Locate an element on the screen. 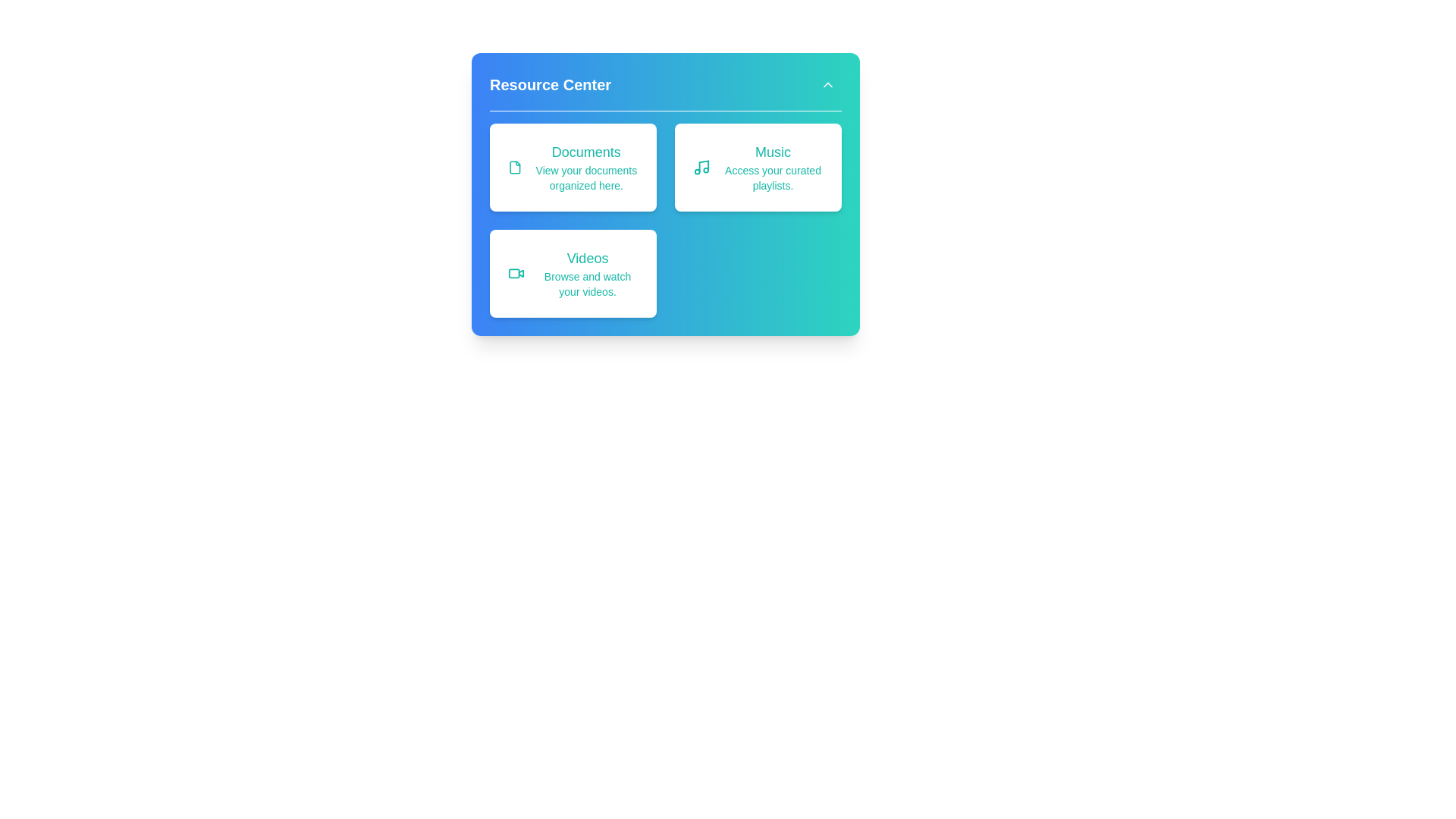 The width and height of the screenshot is (1456, 819). the menu item Music to view its details is located at coordinates (758, 167).